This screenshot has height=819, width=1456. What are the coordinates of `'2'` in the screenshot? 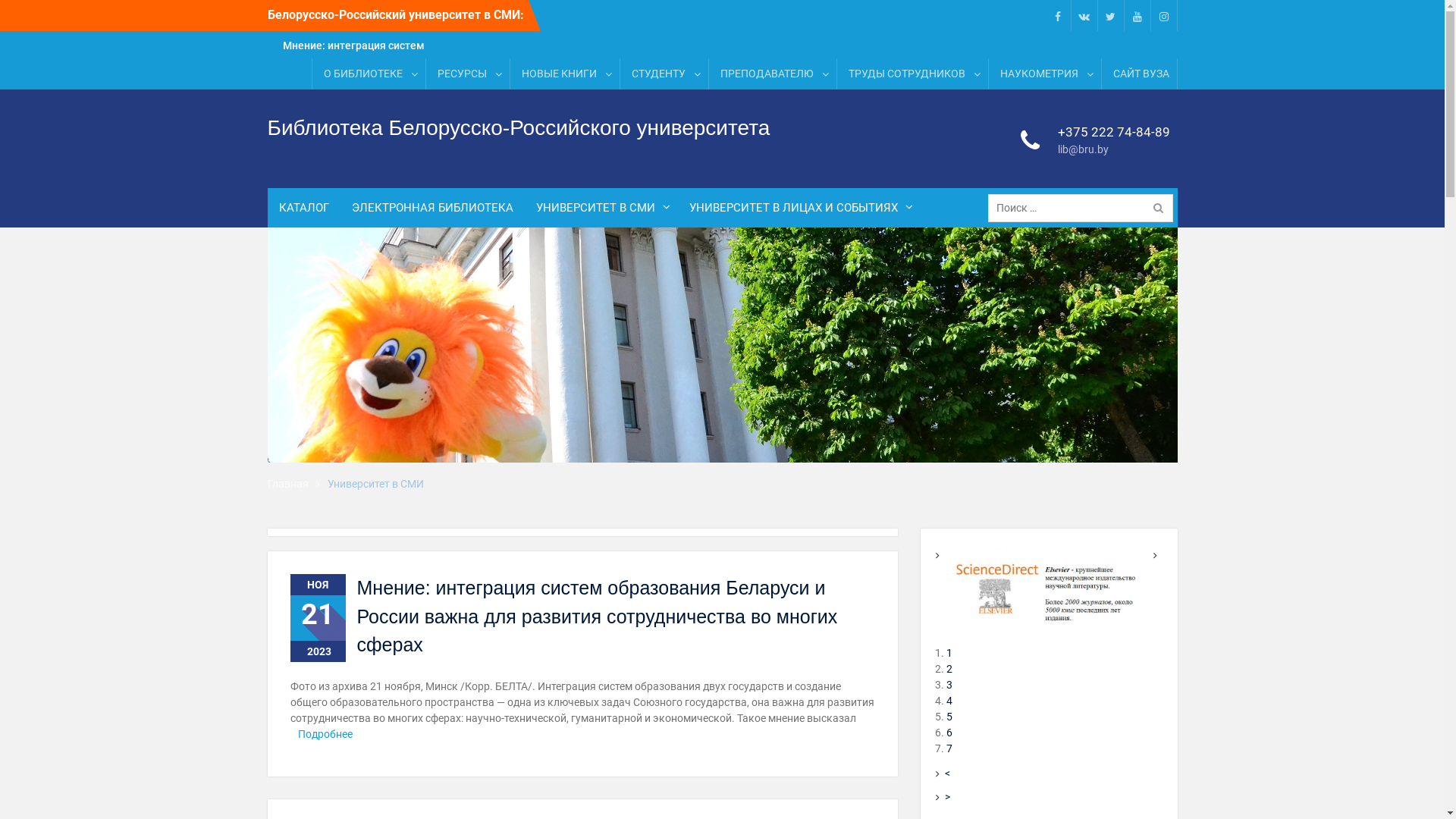 It's located at (946, 668).